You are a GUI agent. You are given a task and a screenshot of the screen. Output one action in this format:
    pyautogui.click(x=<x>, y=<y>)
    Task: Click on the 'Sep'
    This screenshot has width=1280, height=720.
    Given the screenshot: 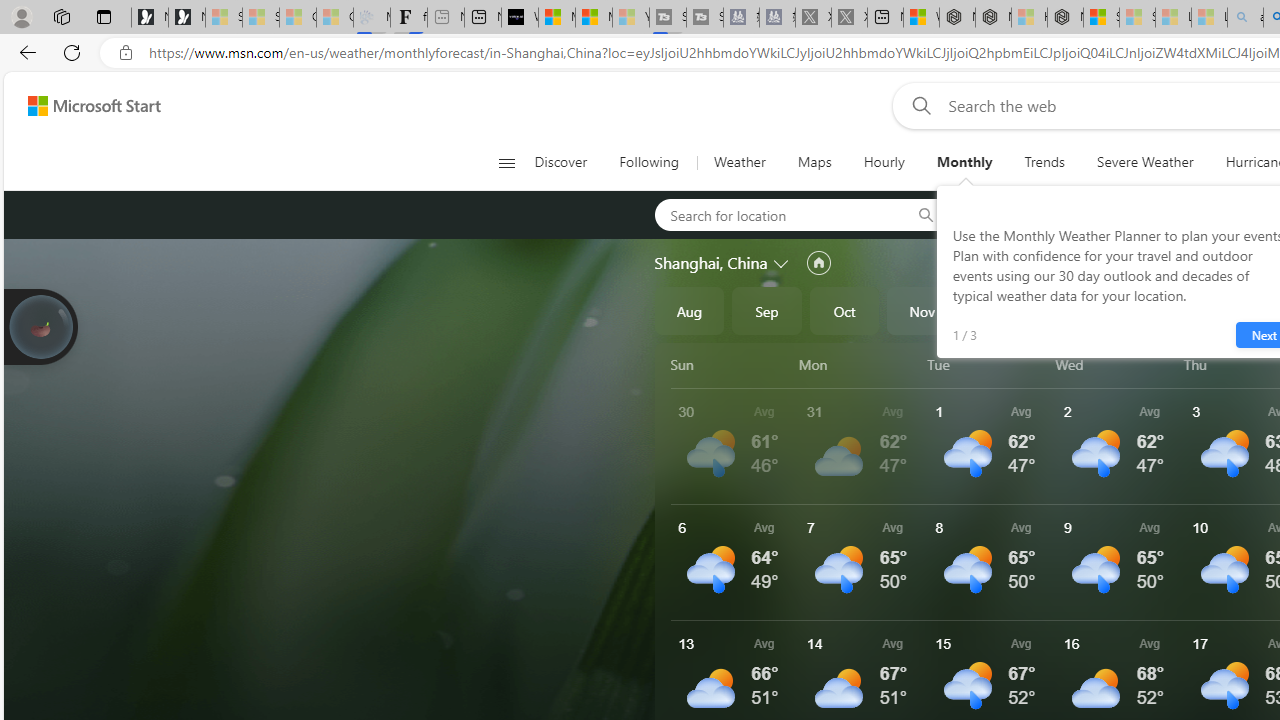 What is the action you would take?
    pyautogui.click(x=766, y=311)
    